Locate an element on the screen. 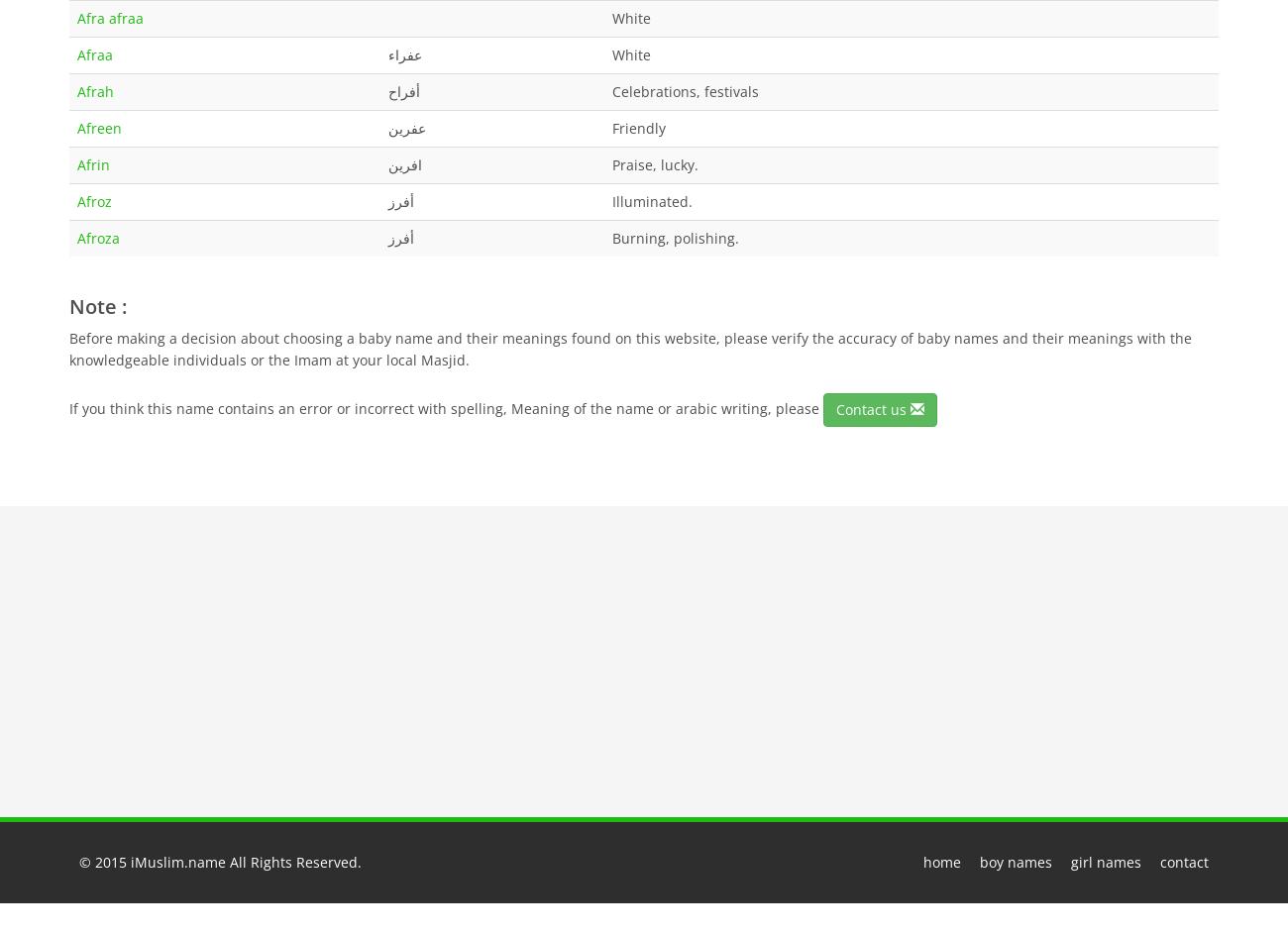  'Afrah' is located at coordinates (77, 89).